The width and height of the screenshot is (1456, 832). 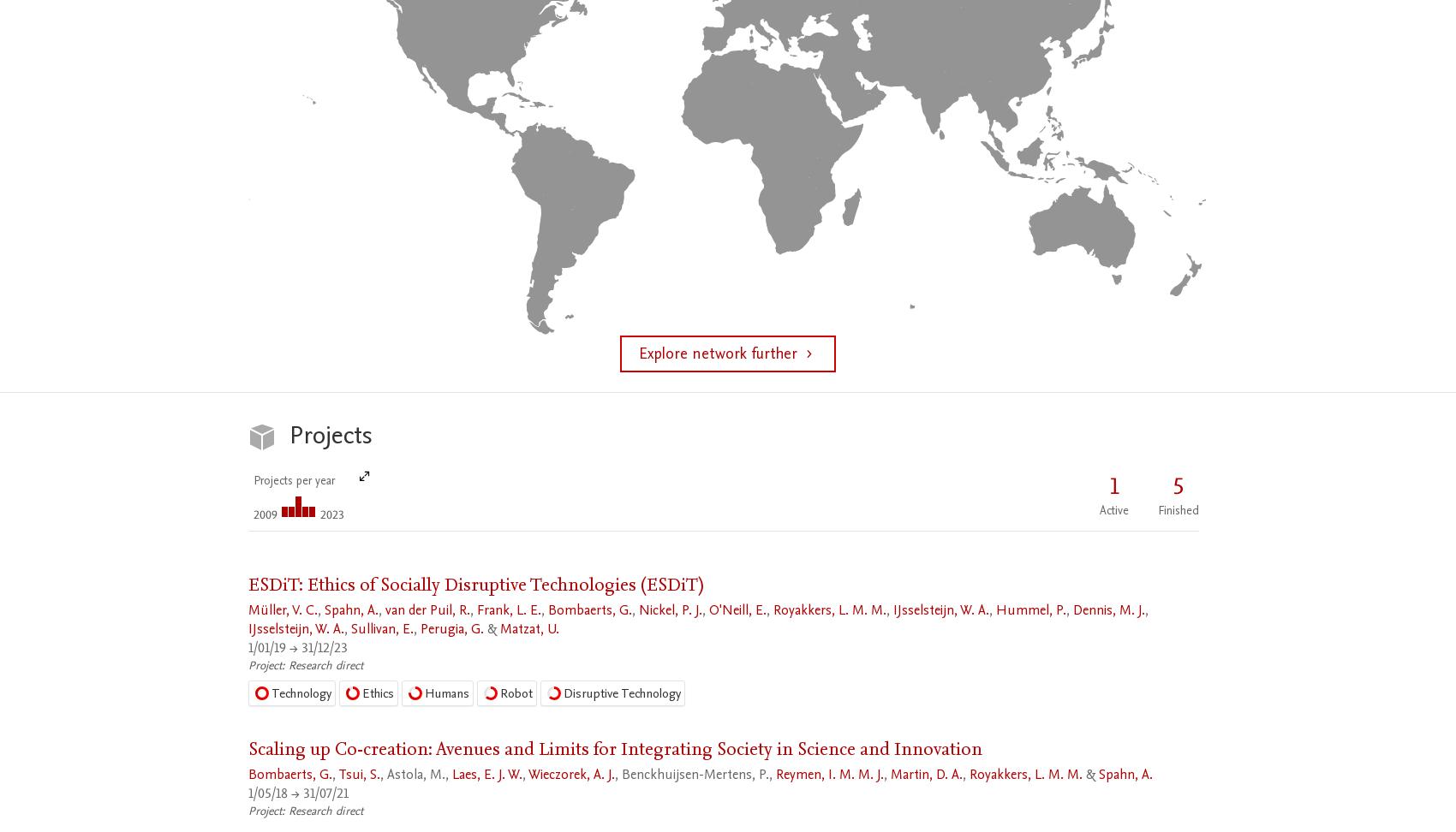 What do you see at coordinates (670, 609) in the screenshot?
I see `'Nickel, P. J.'` at bounding box center [670, 609].